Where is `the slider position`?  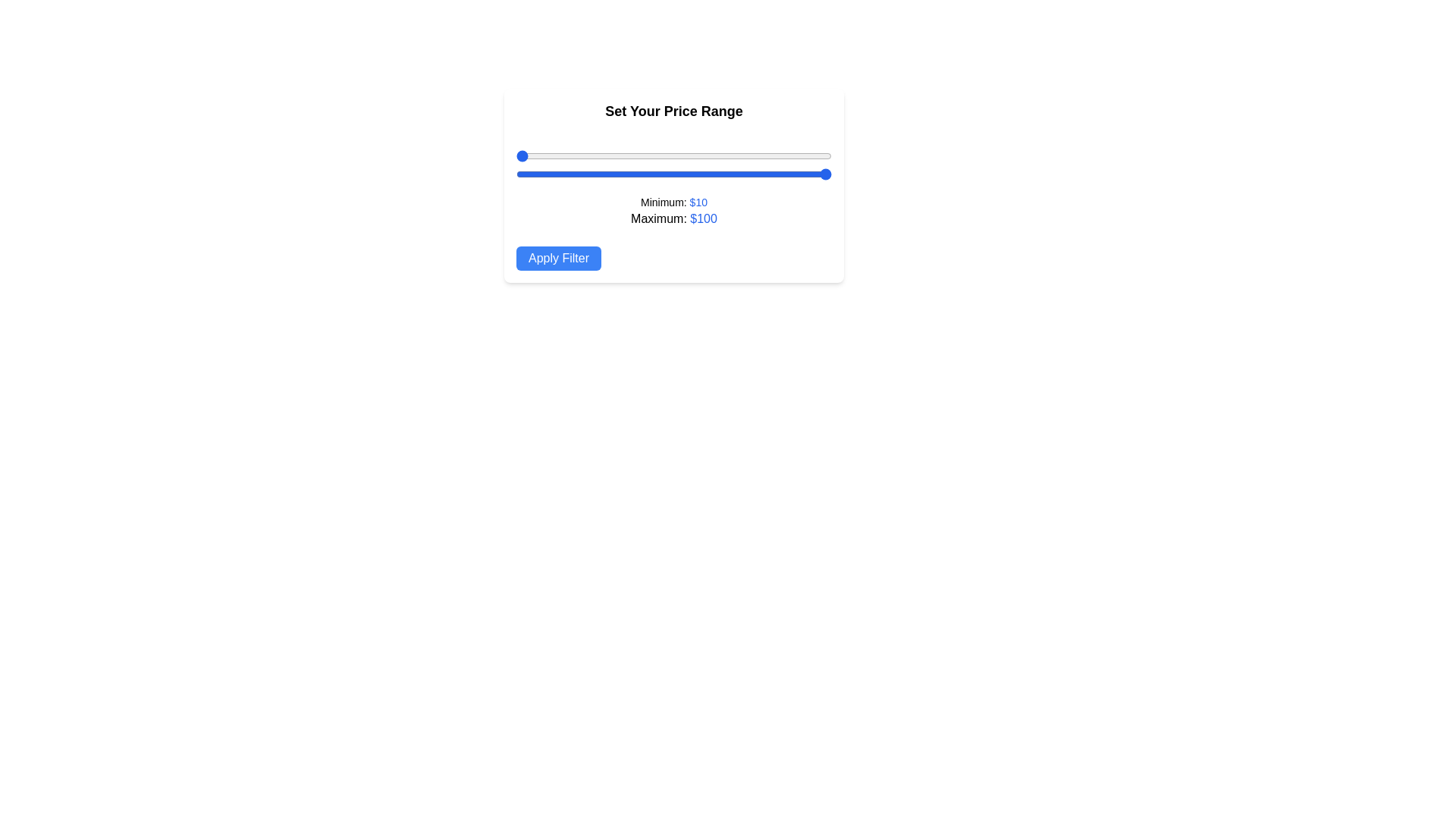
the slider position is located at coordinates (568, 155).